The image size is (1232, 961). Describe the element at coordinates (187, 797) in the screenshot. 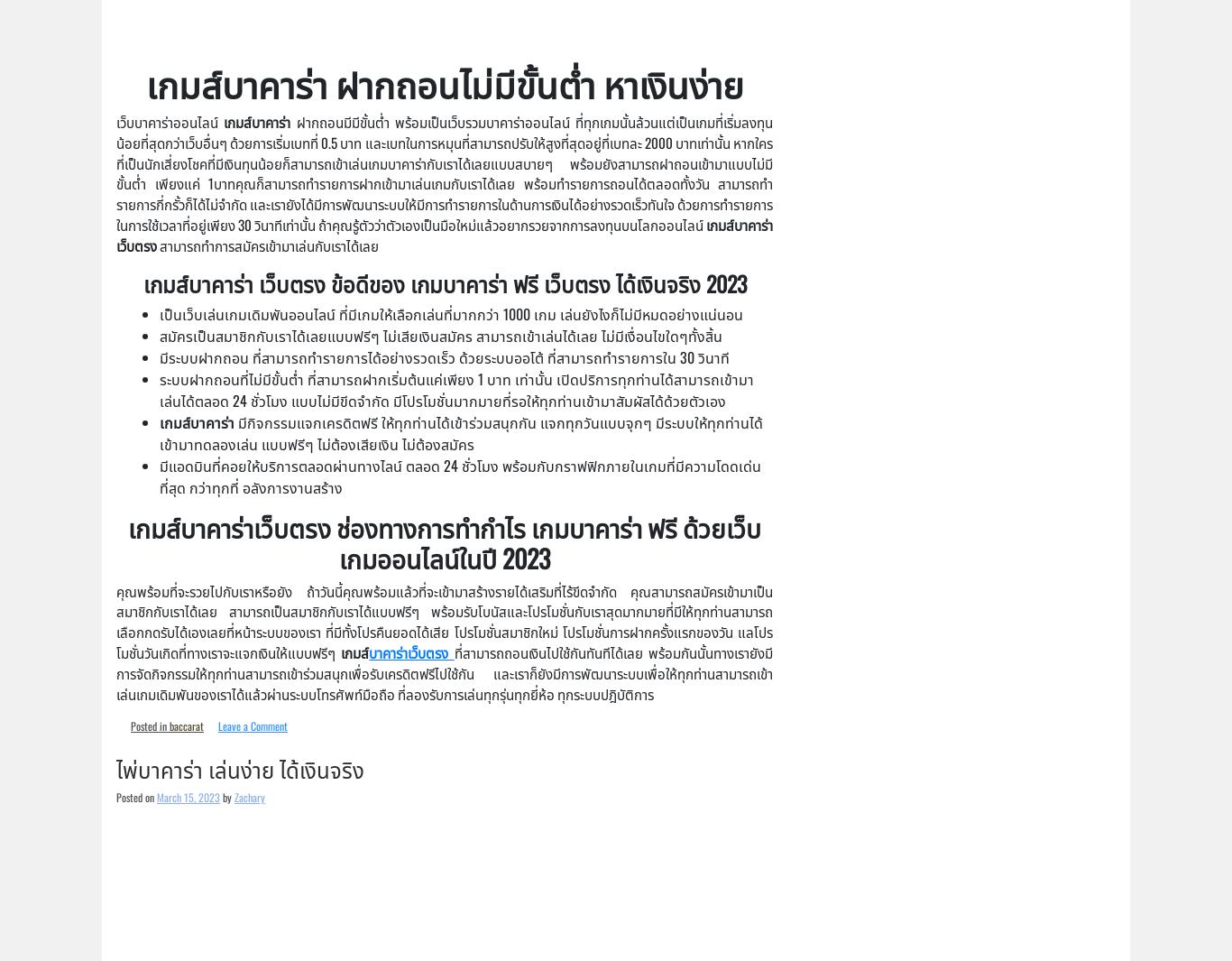

I see `'March 15, 2023'` at that location.